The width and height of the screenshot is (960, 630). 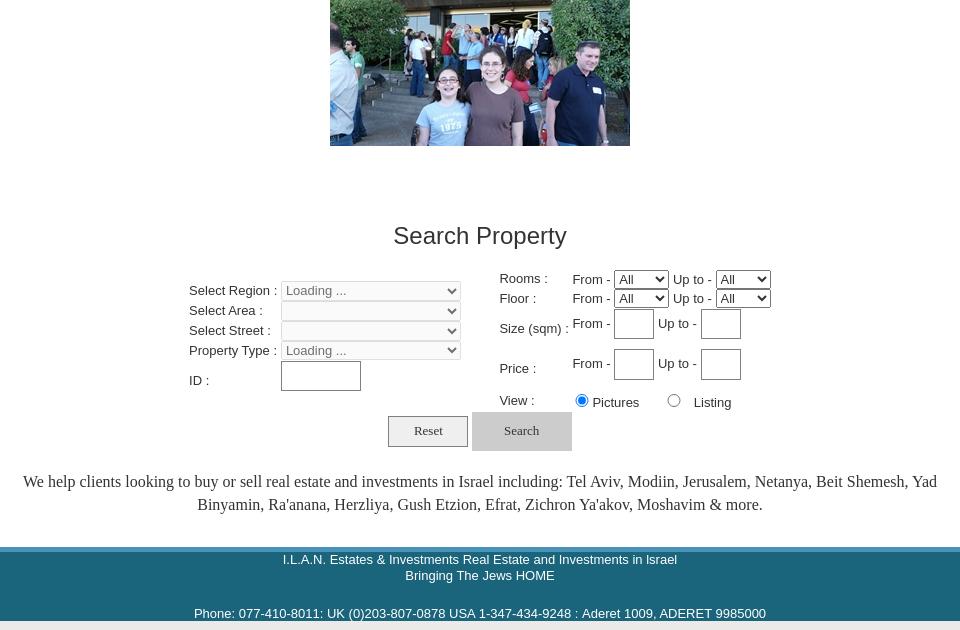 I want to click on 'Search Property', so click(x=479, y=234).